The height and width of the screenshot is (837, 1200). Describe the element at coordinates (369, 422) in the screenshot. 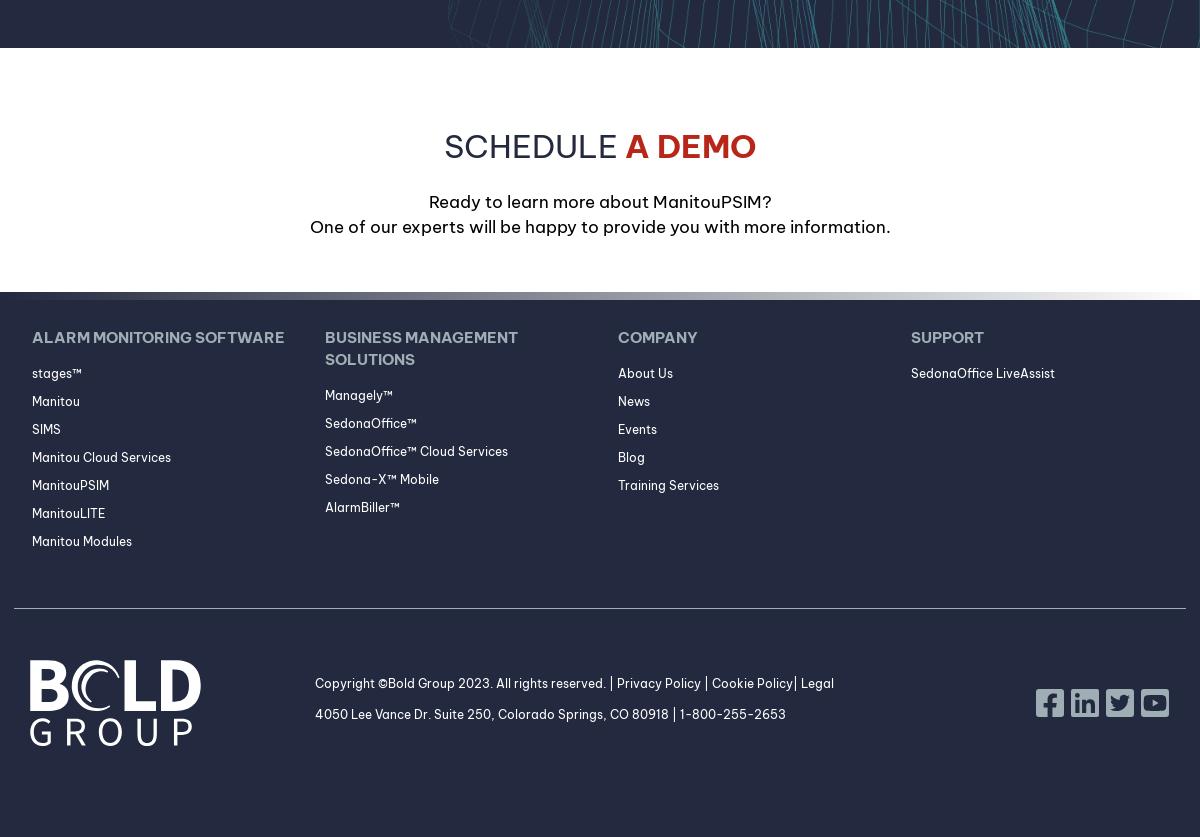

I see `'SedonaOffice™'` at that location.